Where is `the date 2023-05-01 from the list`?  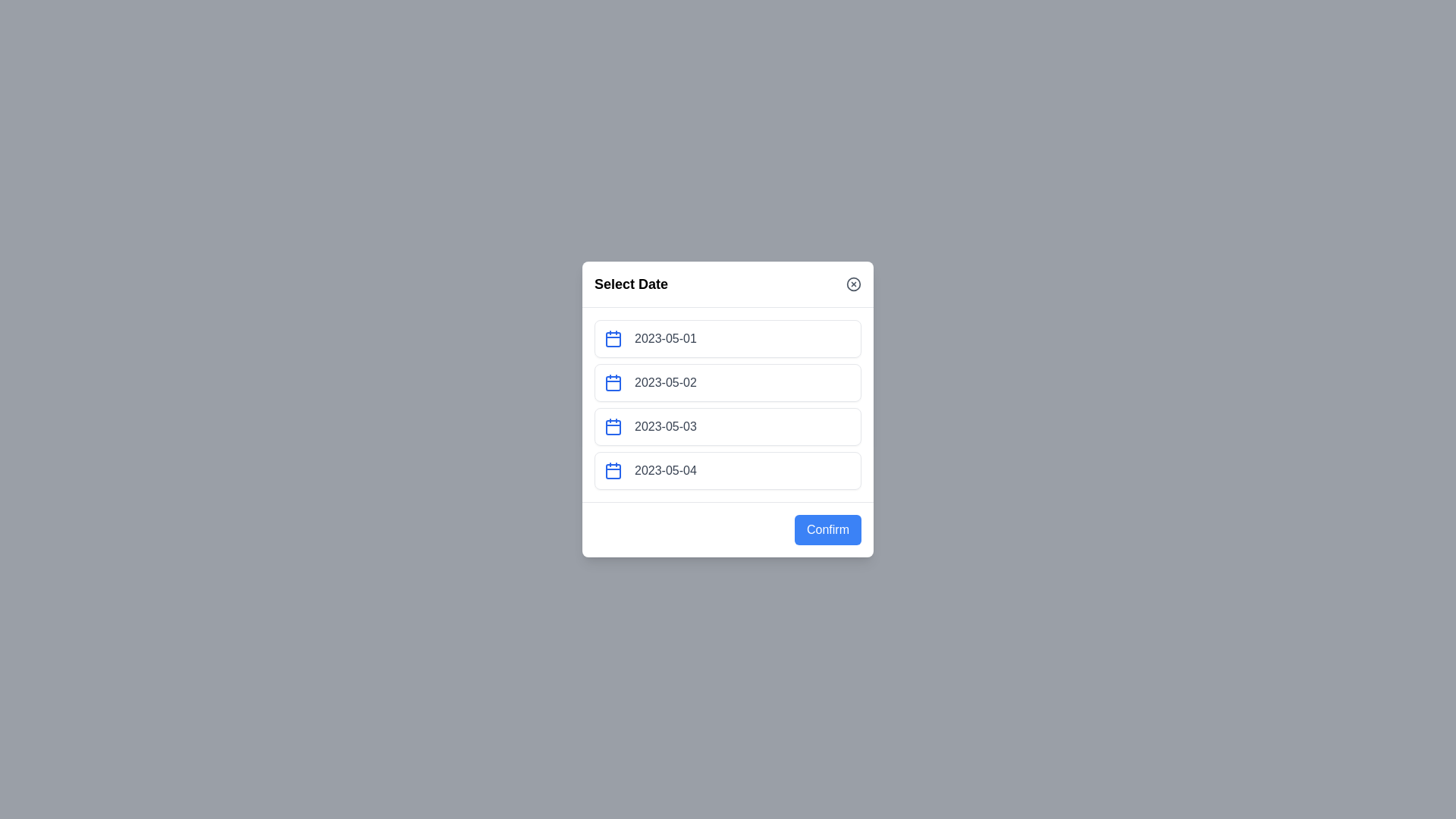
the date 2023-05-01 from the list is located at coordinates (728, 338).